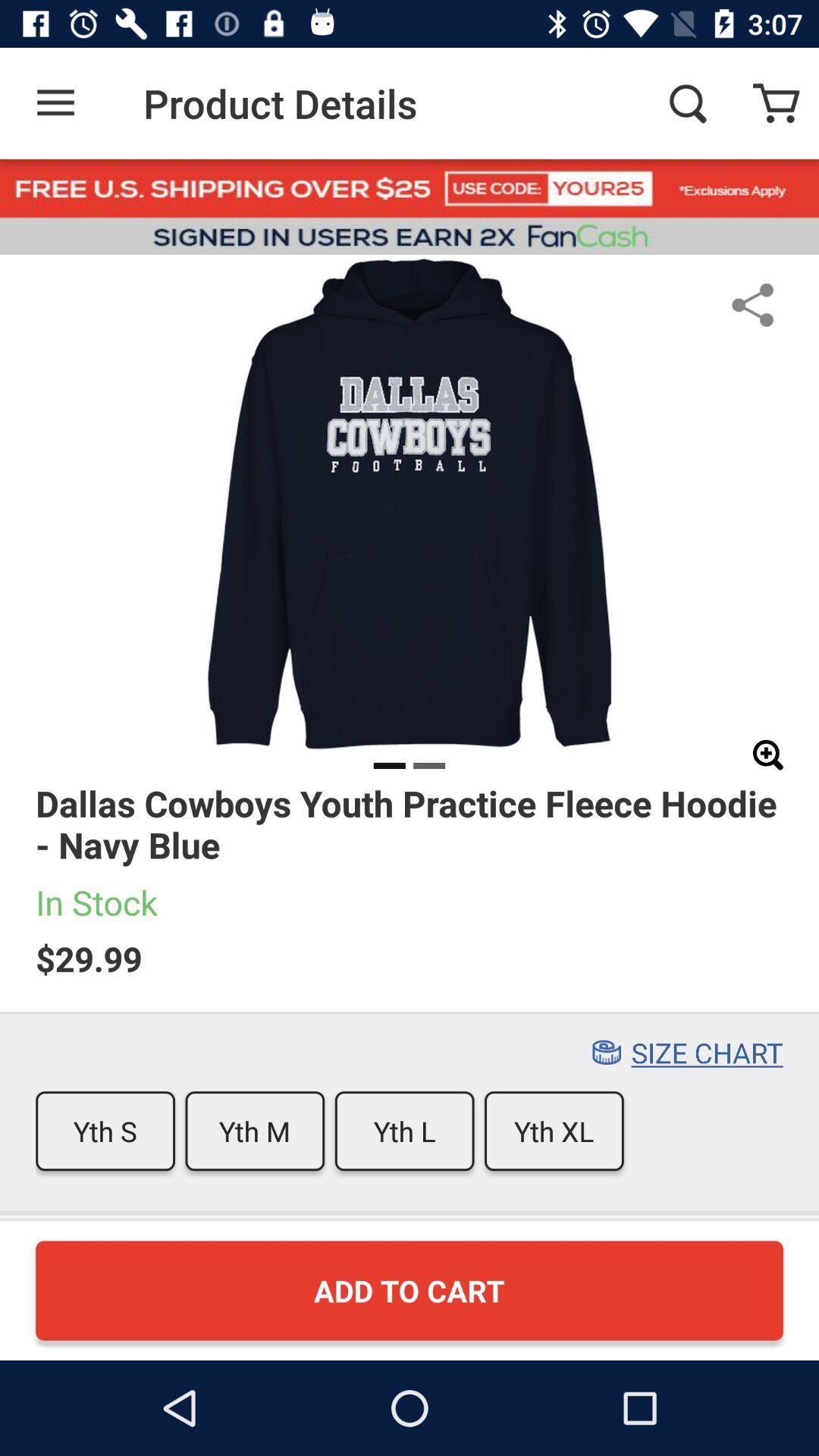 The image size is (819, 1456). What do you see at coordinates (752, 304) in the screenshot?
I see `the share icon` at bounding box center [752, 304].